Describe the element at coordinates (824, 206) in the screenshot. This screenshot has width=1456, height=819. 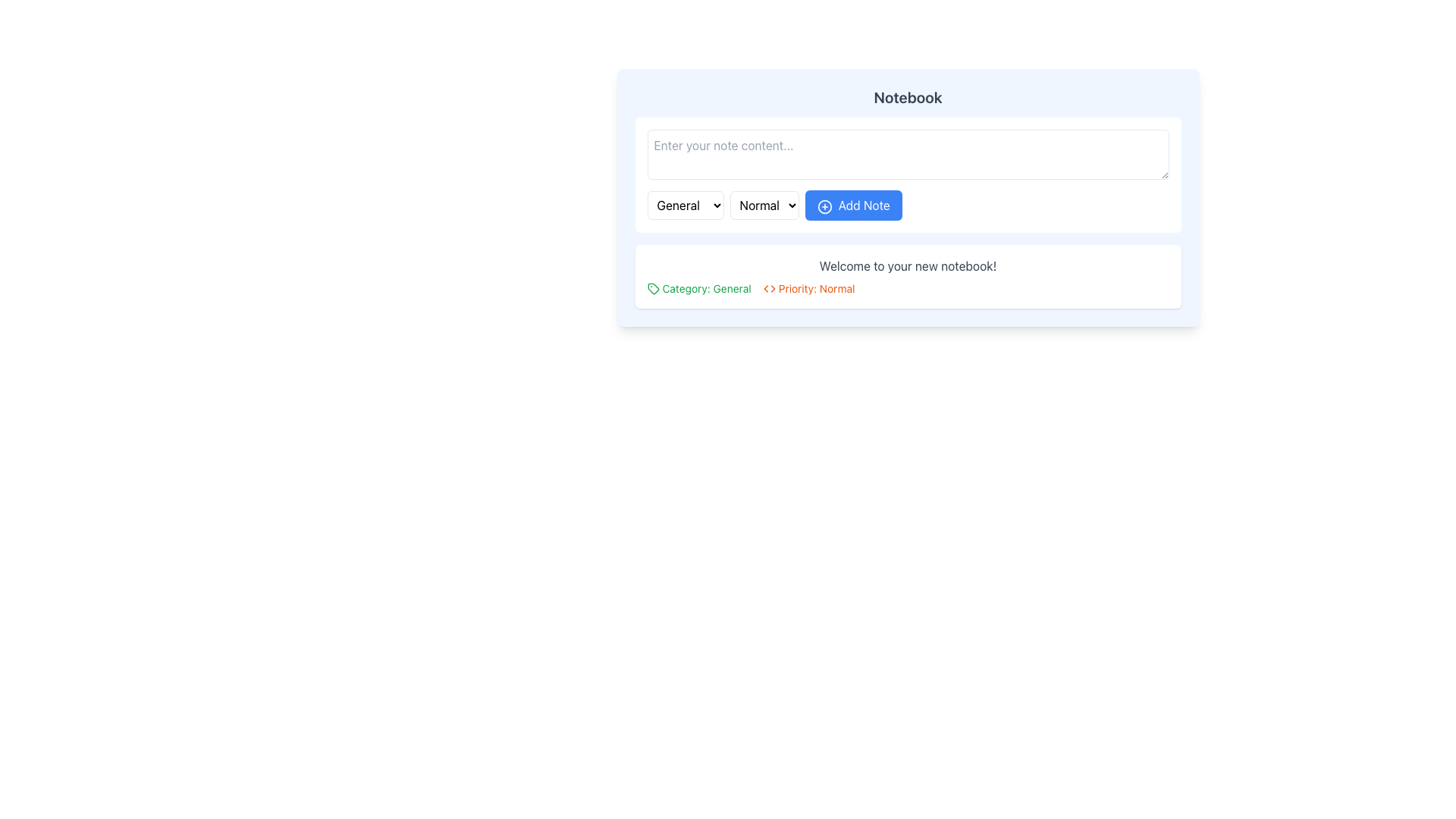
I see `the plus sign icon inside the 'Add Note' button, which has a blue background and white strokes, located to the left of the 'Add Note' text` at that location.